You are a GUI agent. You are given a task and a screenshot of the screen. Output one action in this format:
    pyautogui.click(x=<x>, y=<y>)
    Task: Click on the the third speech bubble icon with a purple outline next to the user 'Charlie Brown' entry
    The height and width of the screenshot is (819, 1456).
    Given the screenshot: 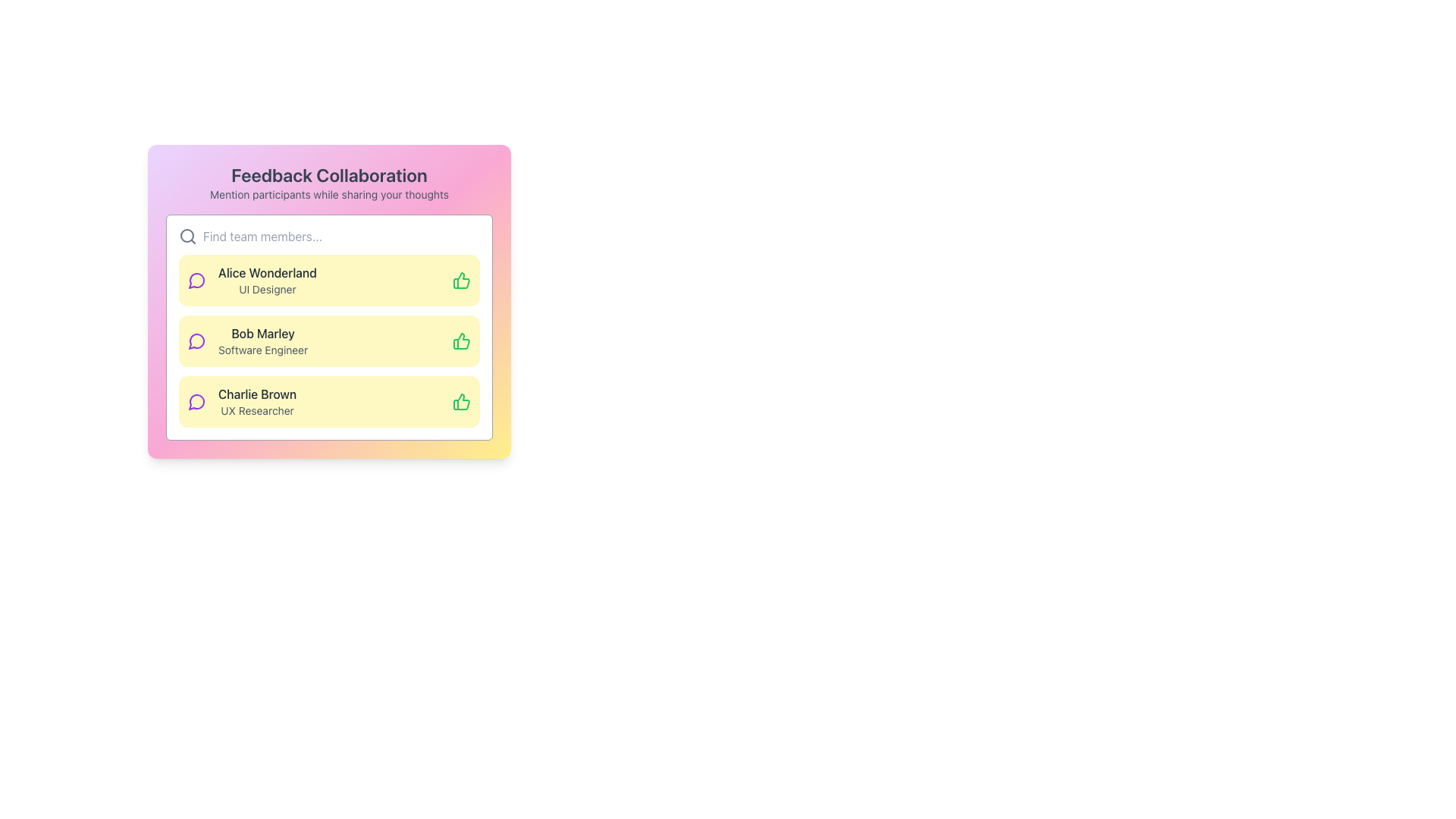 What is the action you would take?
    pyautogui.click(x=196, y=401)
    